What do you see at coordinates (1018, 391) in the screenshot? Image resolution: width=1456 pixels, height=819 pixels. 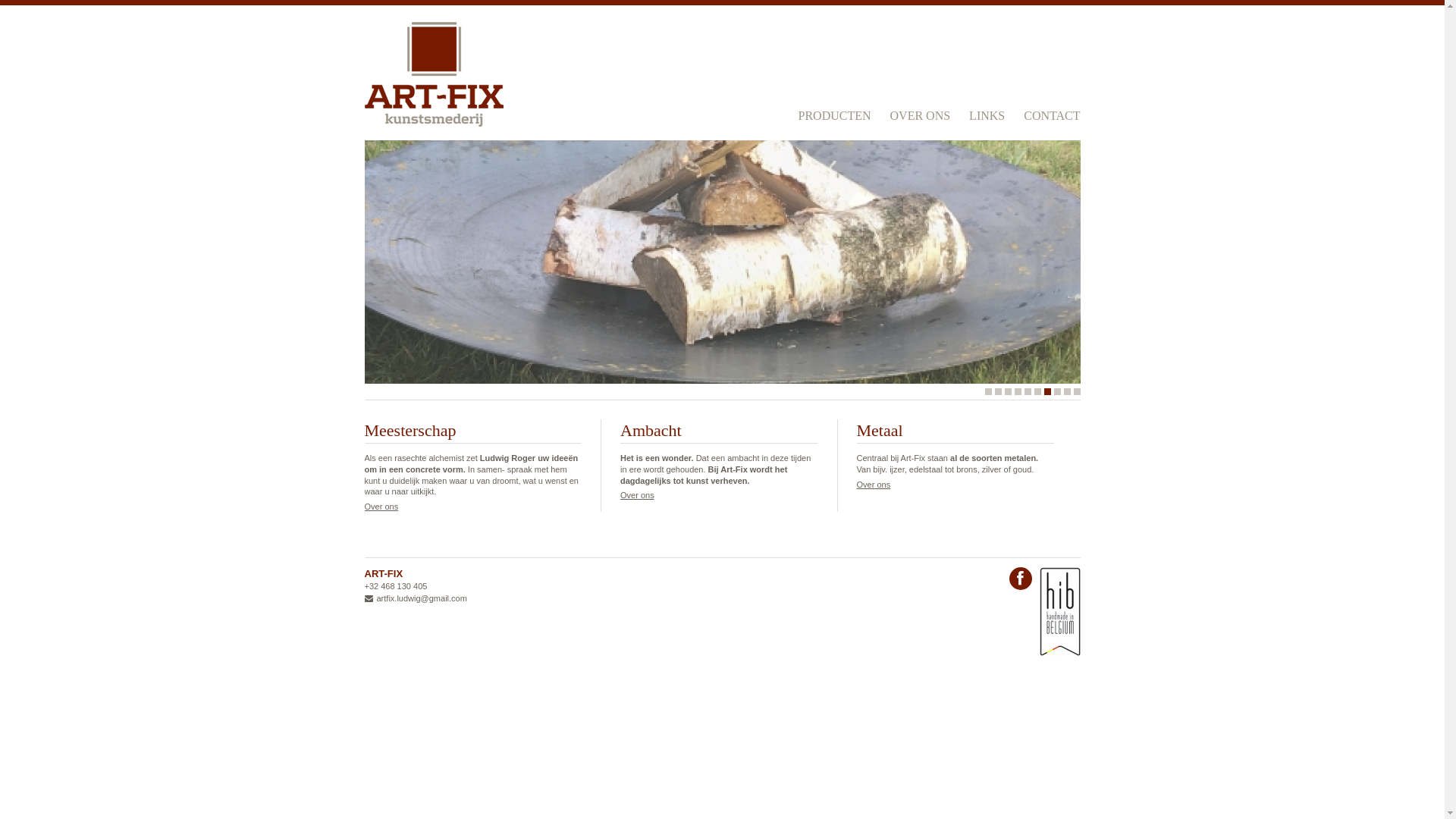 I see `'4'` at bounding box center [1018, 391].